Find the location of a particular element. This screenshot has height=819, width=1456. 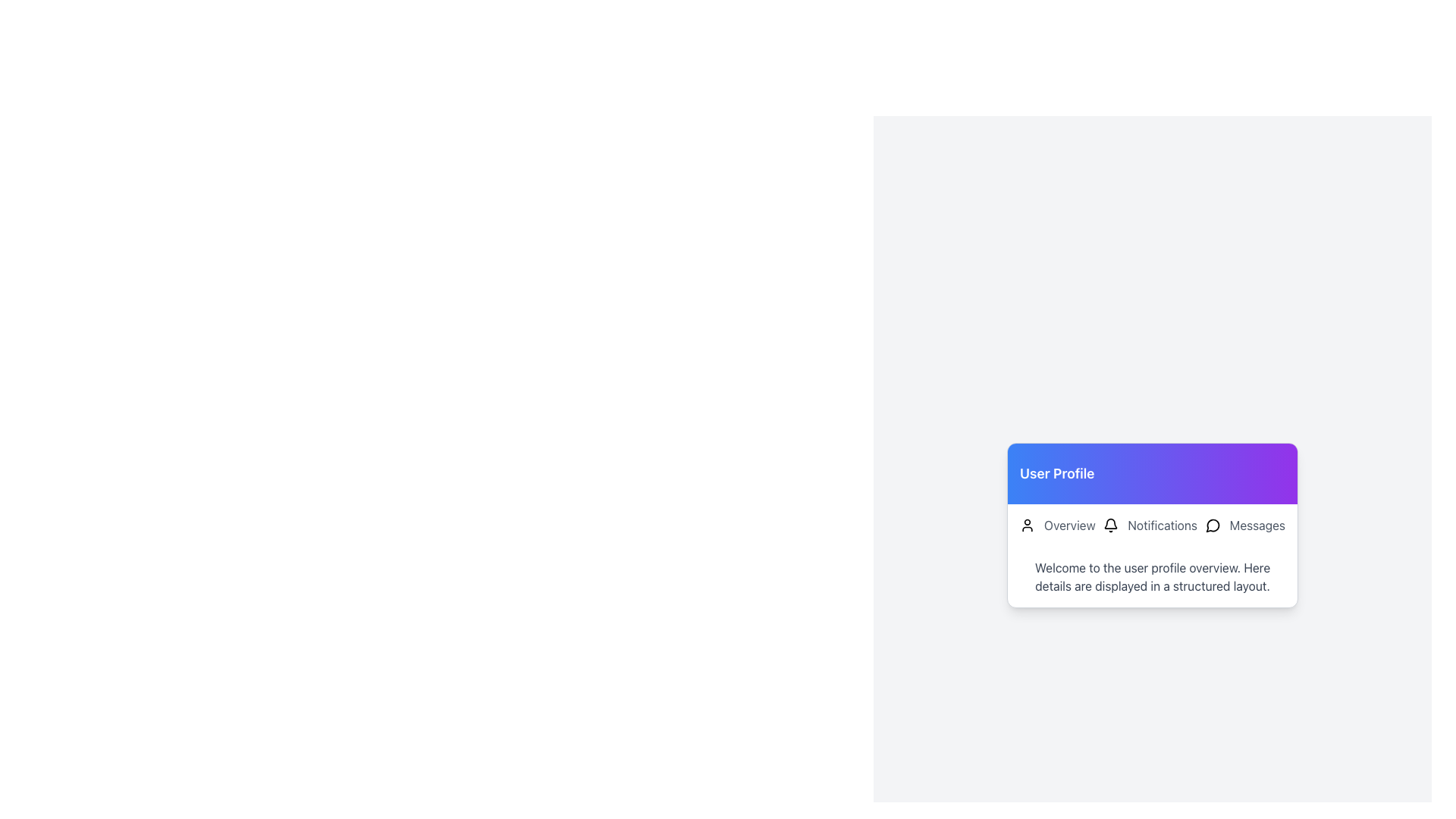

the 'Notifications' button, which features a bell icon on the left and muted gray text is located at coordinates (1150, 525).